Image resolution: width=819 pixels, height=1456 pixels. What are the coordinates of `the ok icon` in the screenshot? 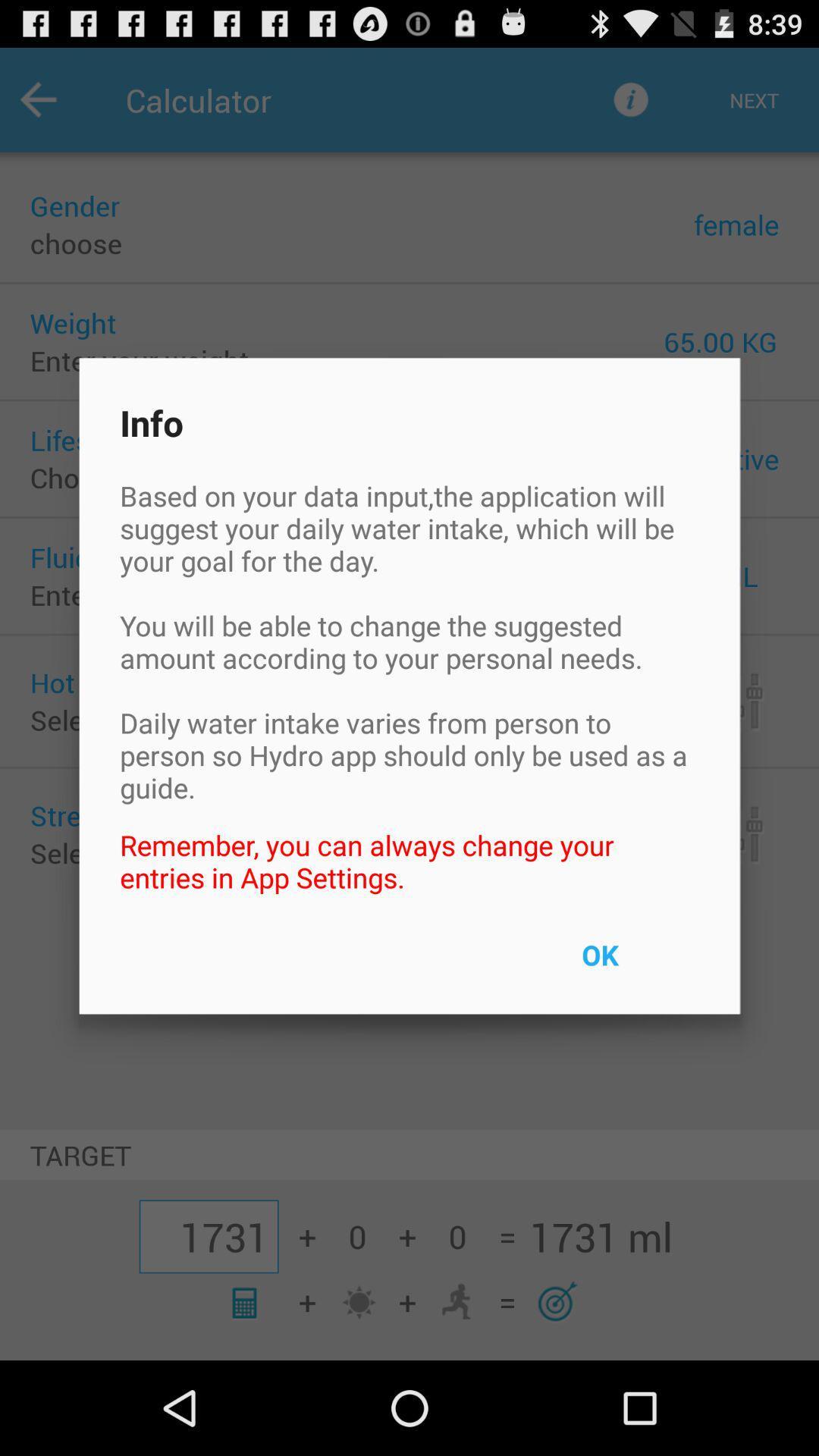 It's located at (635, 964).